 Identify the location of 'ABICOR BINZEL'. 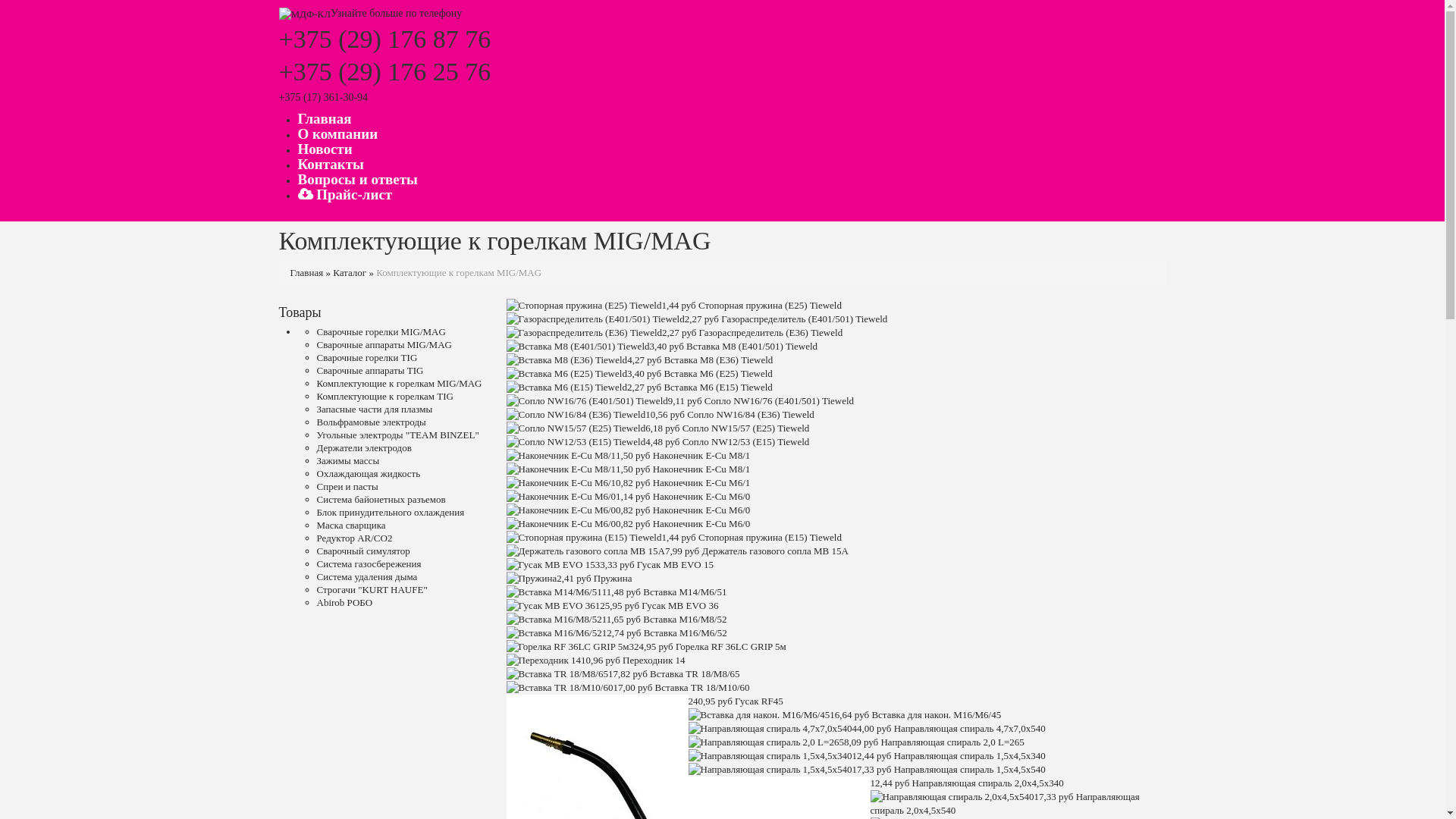
(304, 13).